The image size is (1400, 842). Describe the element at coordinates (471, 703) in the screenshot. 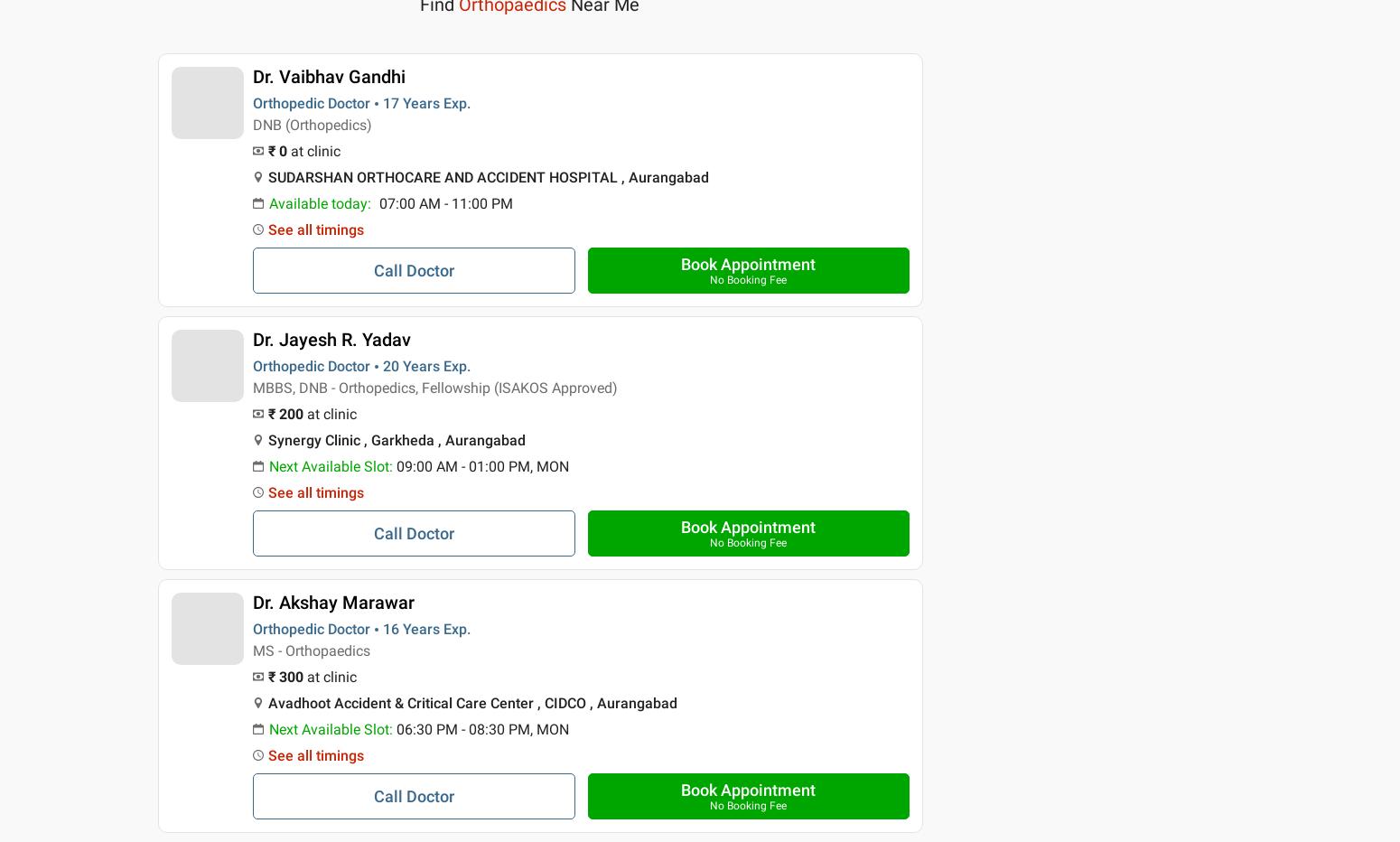

I see `'Avadhoot Accident & Critical Care Center , CIDCO , Aurangabad'` at that location.